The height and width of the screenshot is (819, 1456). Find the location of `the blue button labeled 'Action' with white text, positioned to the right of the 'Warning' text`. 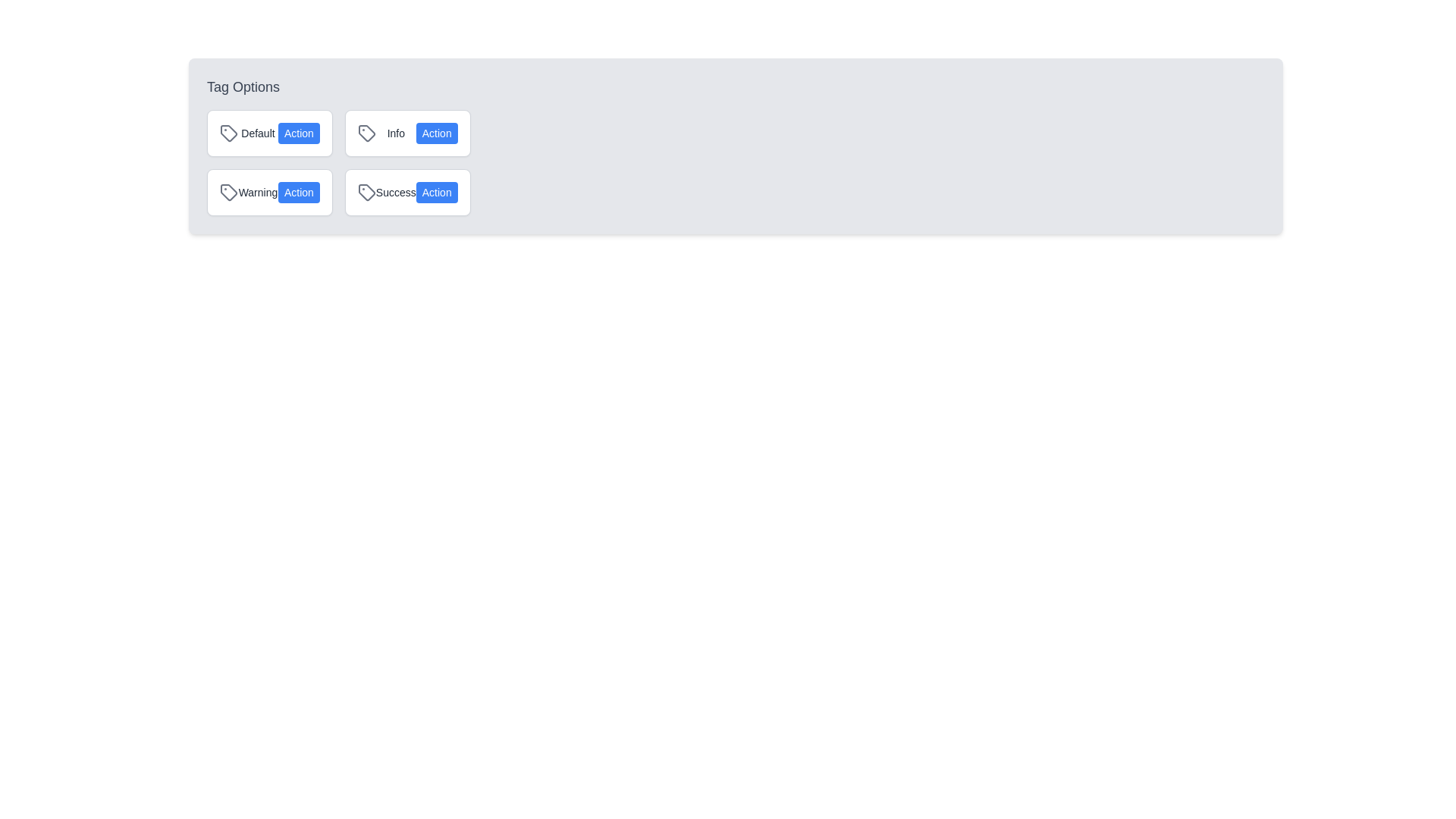

the blue button labeled 'Action' with white text, positioned to the right of the 'Warning' text is located at coordinates (299, 192).